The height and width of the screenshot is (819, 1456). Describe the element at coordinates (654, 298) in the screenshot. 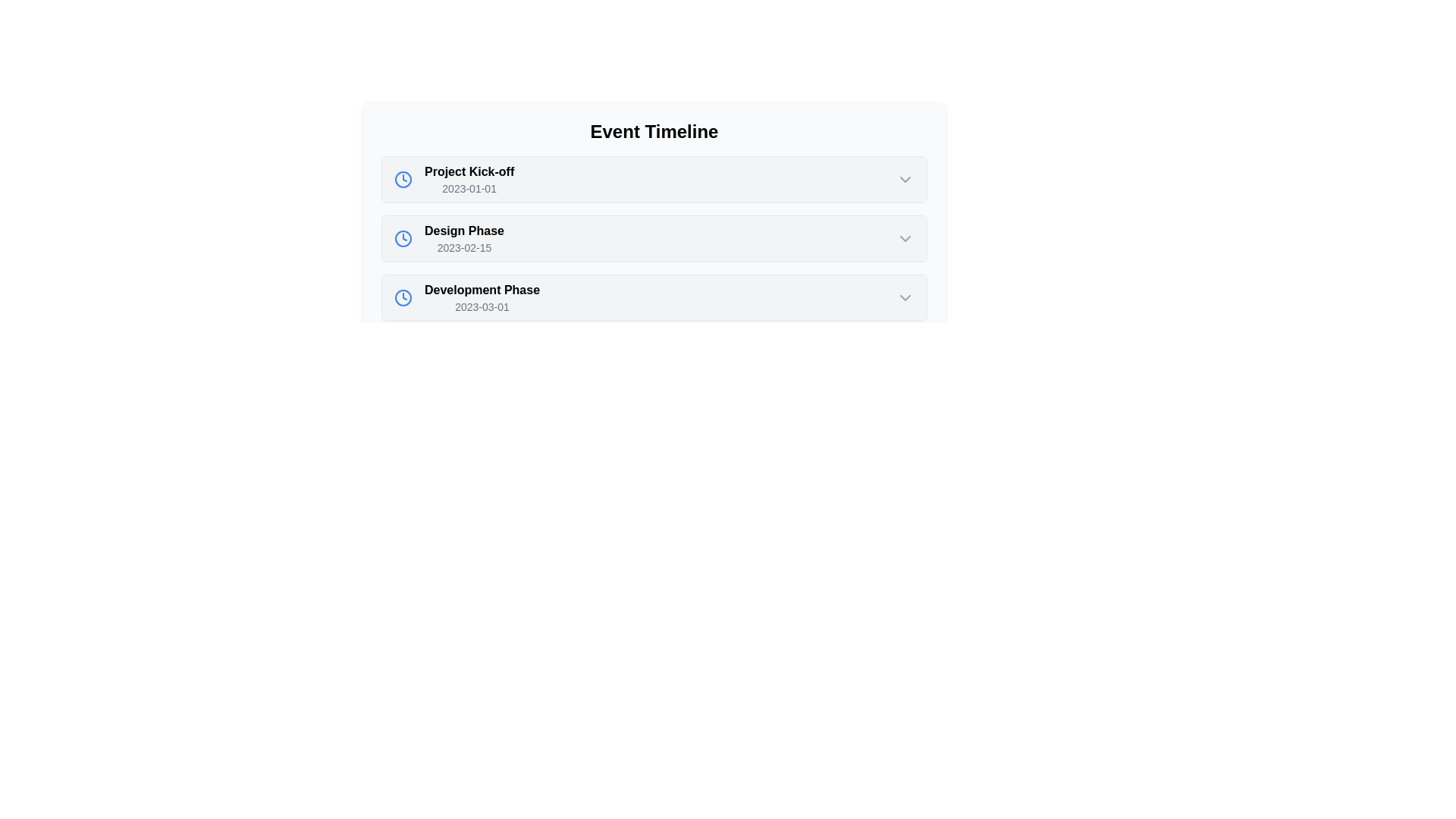

I see `the 'Development Phase' entry` at that location.